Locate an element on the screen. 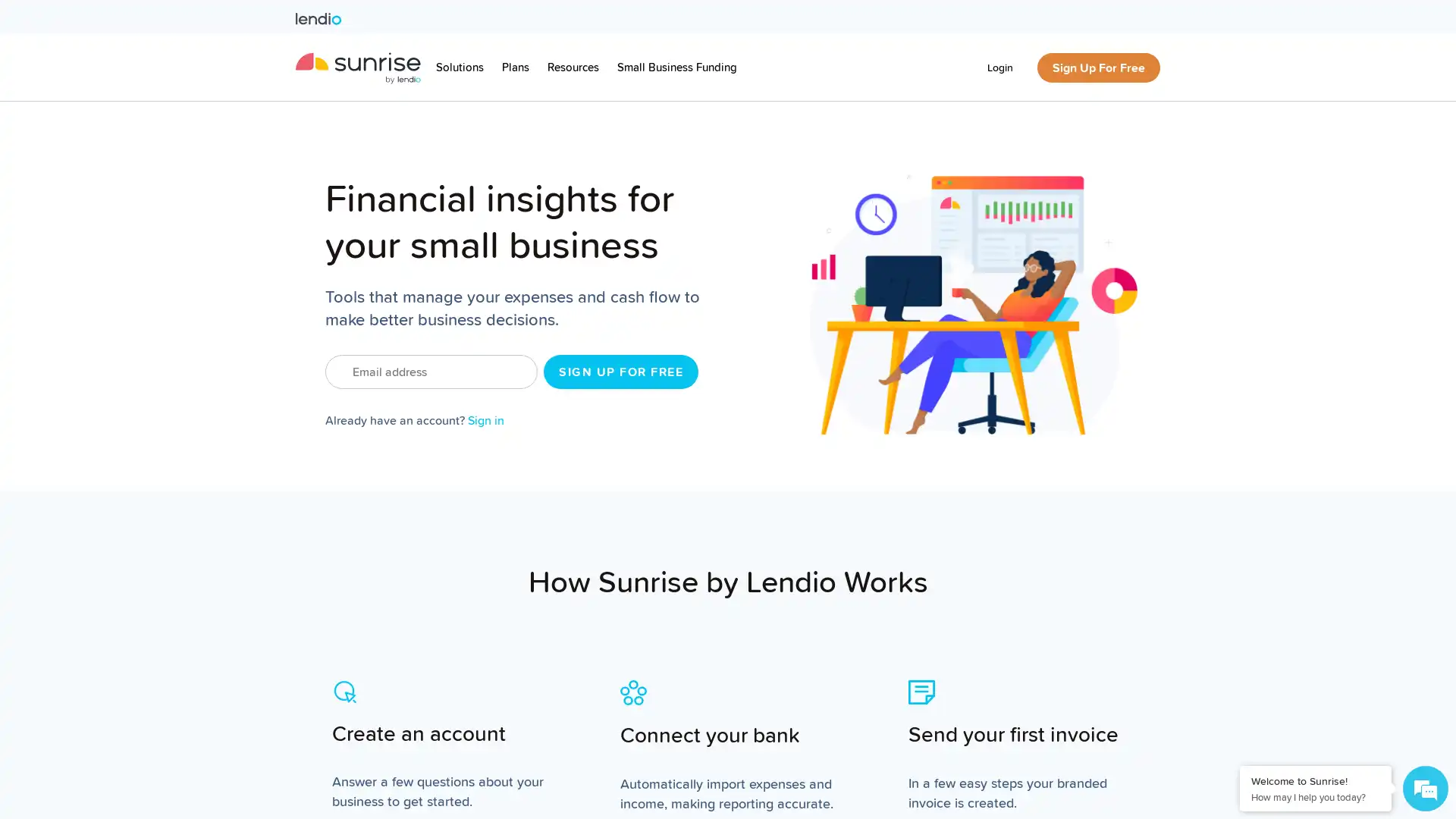  SIGN UP FOR FREE is located at coordinates (621, 372).